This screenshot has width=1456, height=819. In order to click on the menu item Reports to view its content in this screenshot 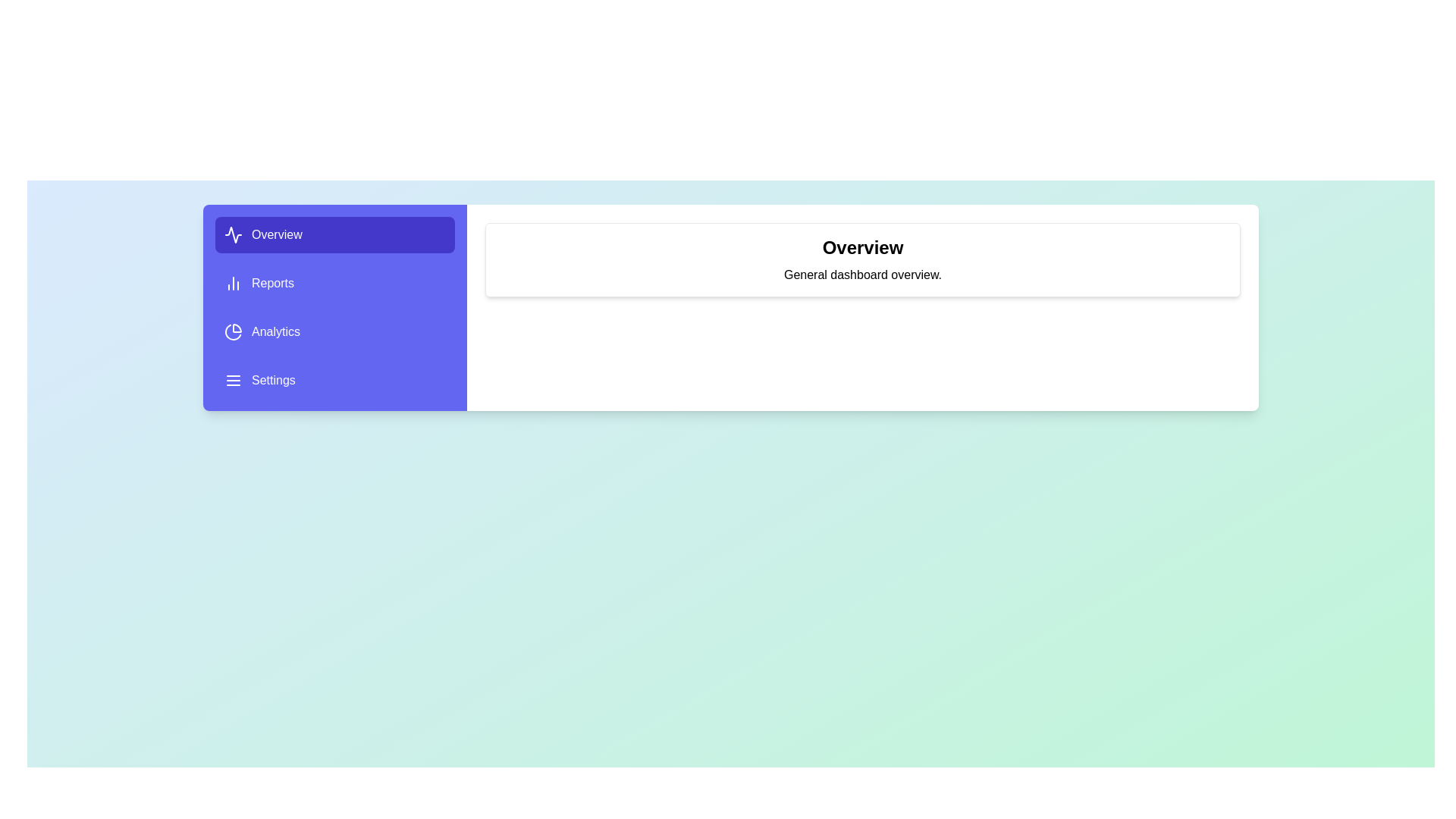, I will do `click(334, 284)`.